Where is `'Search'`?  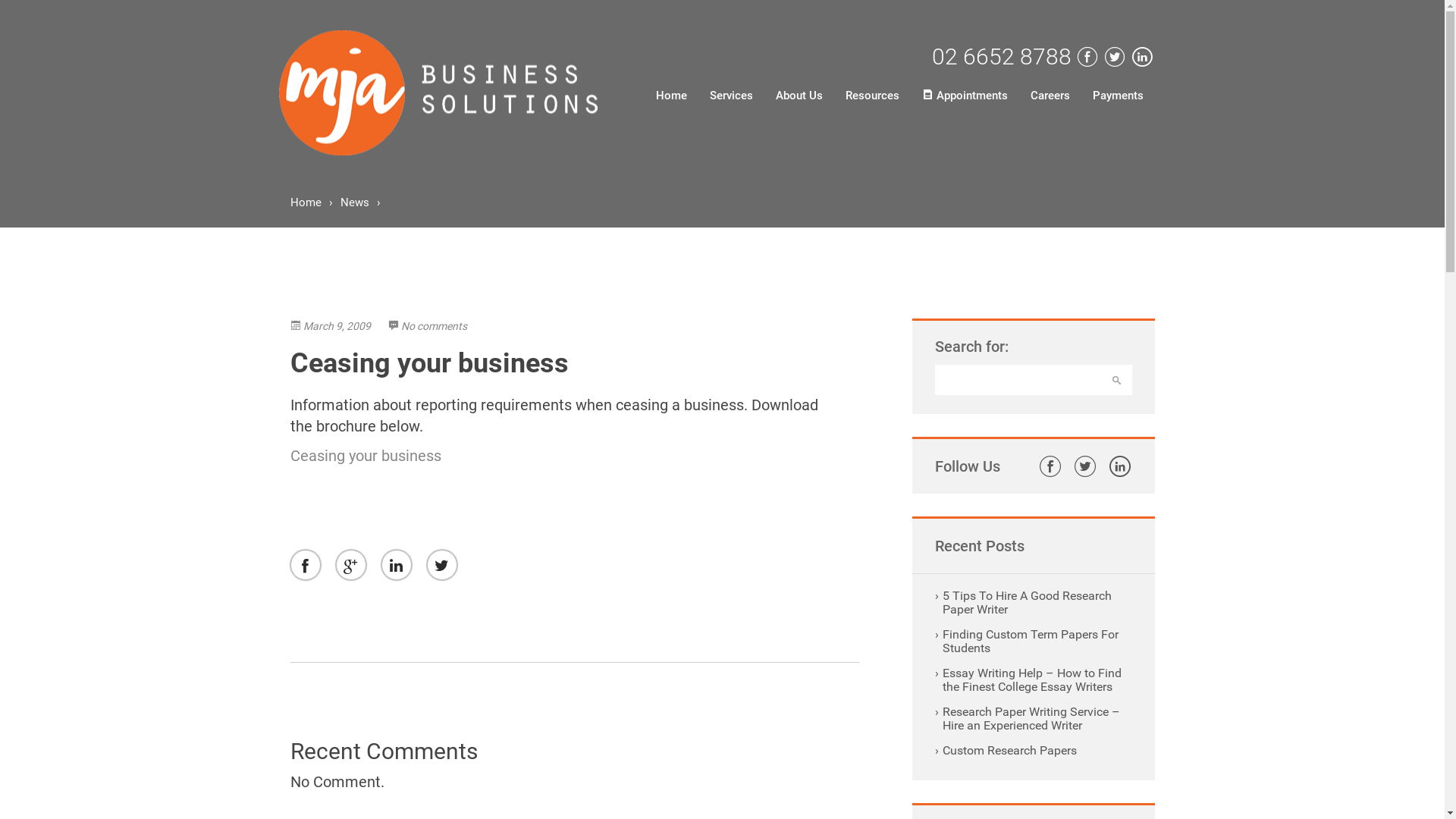 'Search' is located at coordinates (1116, 379).